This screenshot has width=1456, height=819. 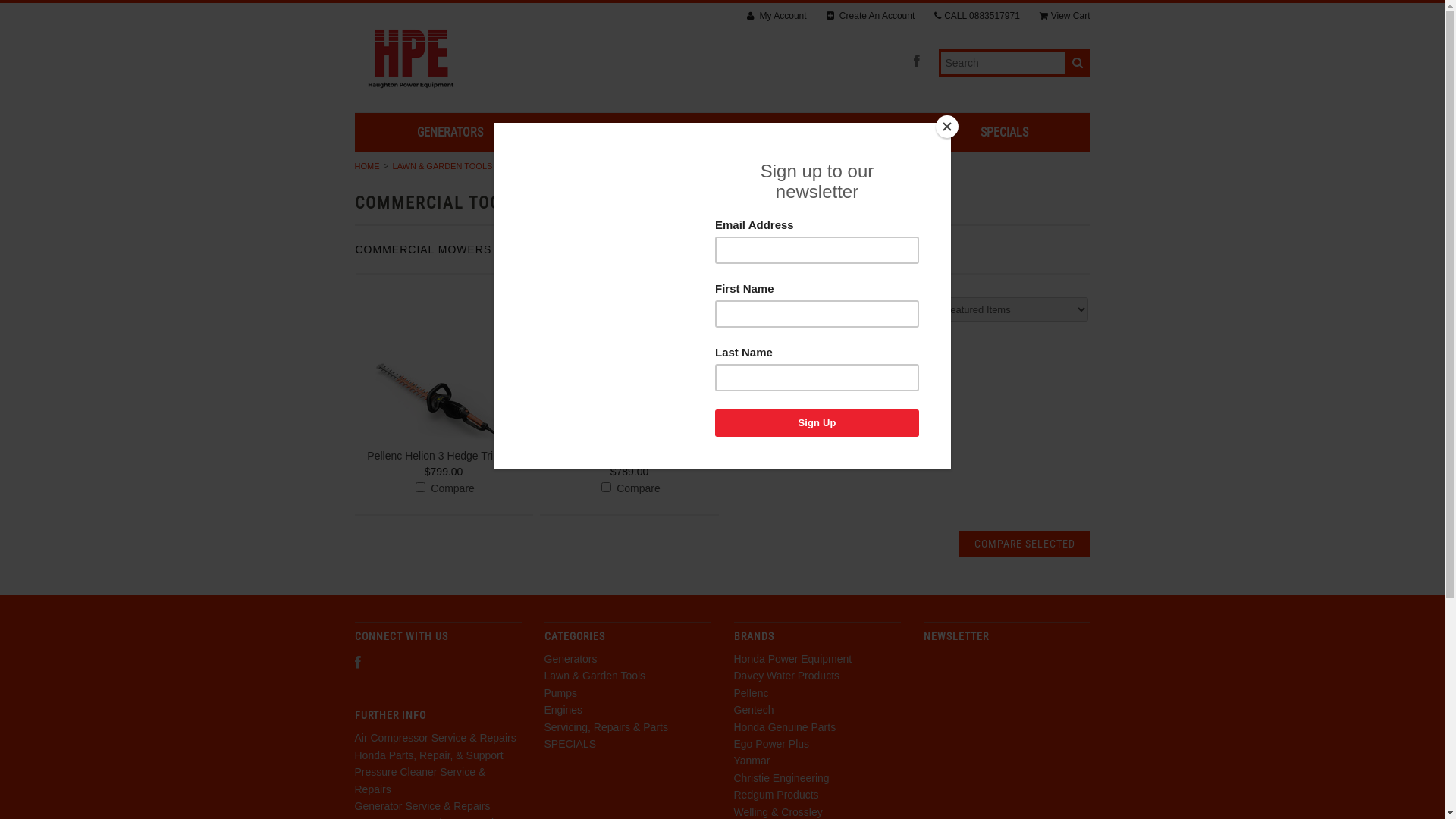 I want to click on 'Pumps', so click(x=560, y=693).